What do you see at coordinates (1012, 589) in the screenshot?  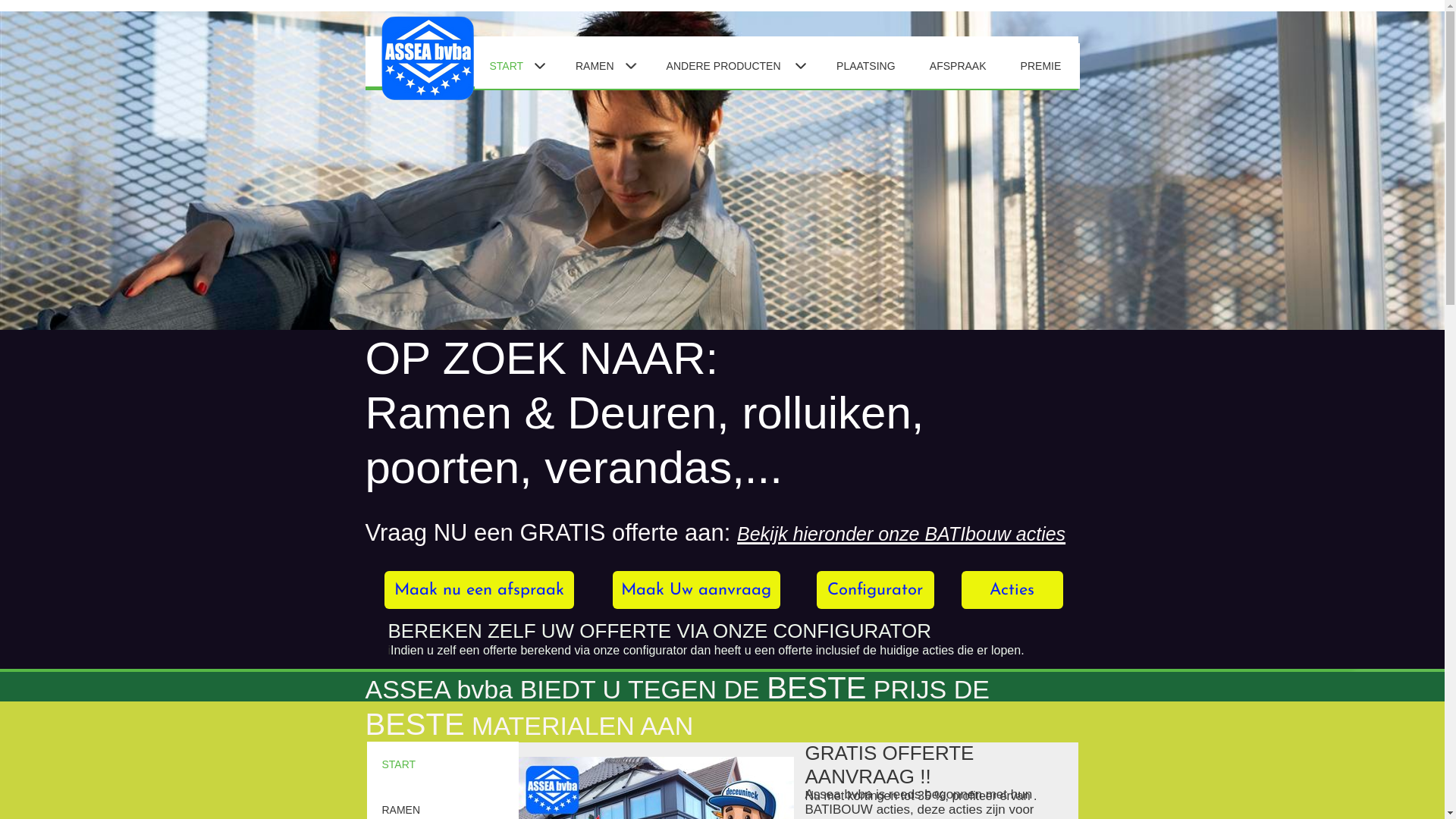 I see `'Acties'` at bounding box center [1012, 589].